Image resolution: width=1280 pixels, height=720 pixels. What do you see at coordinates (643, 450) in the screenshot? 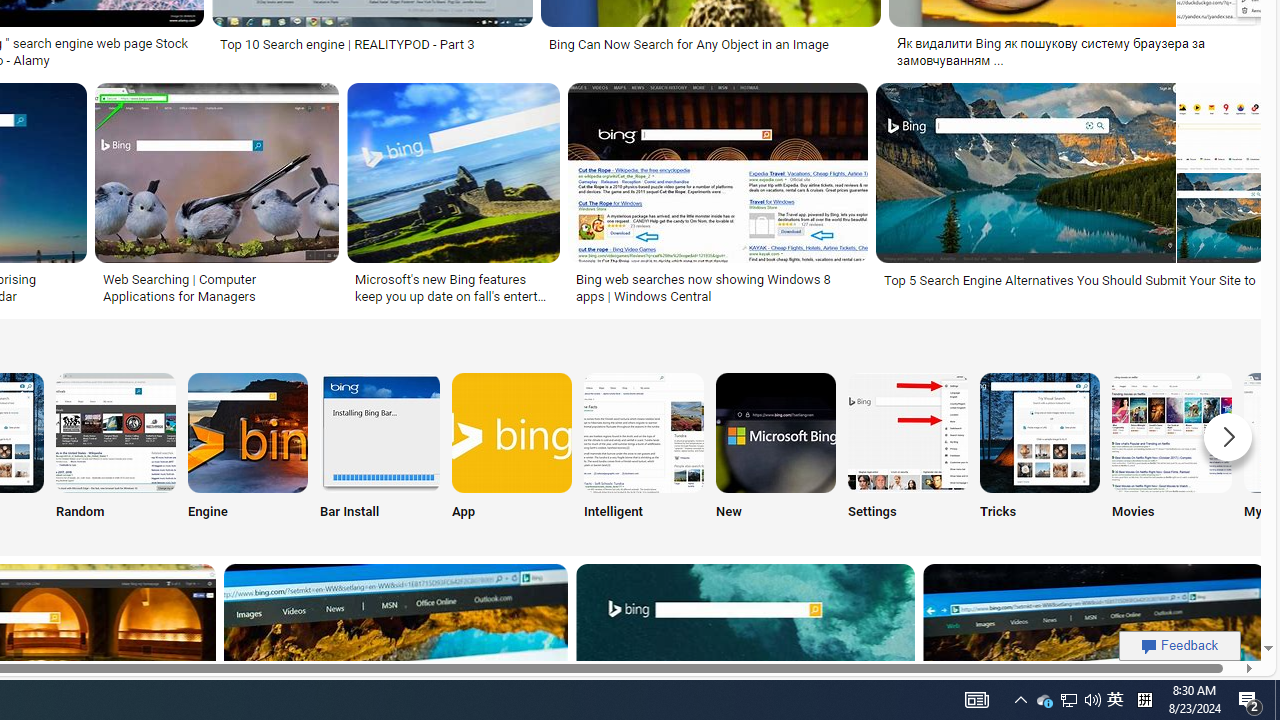
I see `'Intelligent'` at bounding box center [643, 450].